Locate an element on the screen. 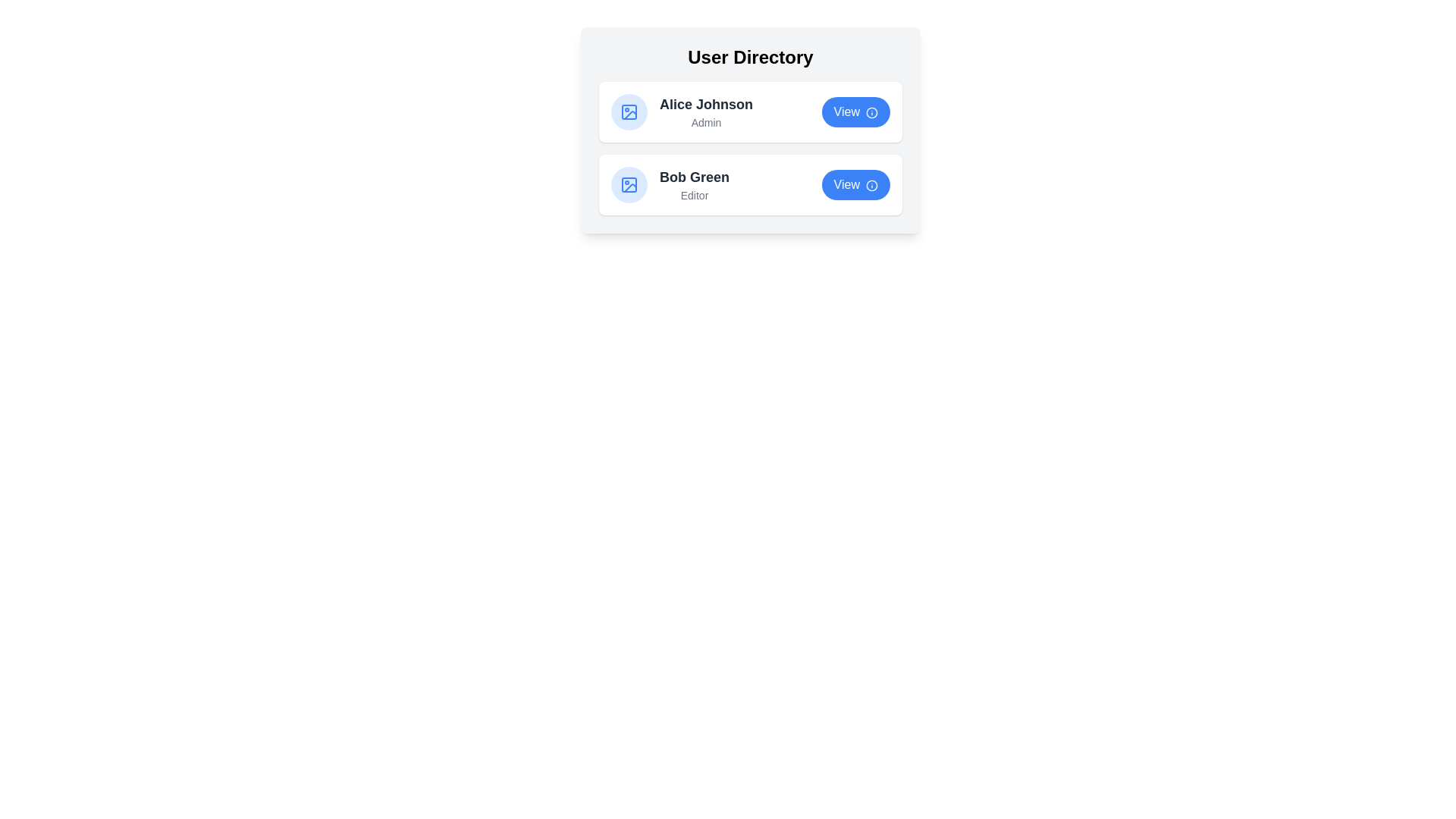  the user name or role for Alice Johnson is located at coordinates (705, 104).